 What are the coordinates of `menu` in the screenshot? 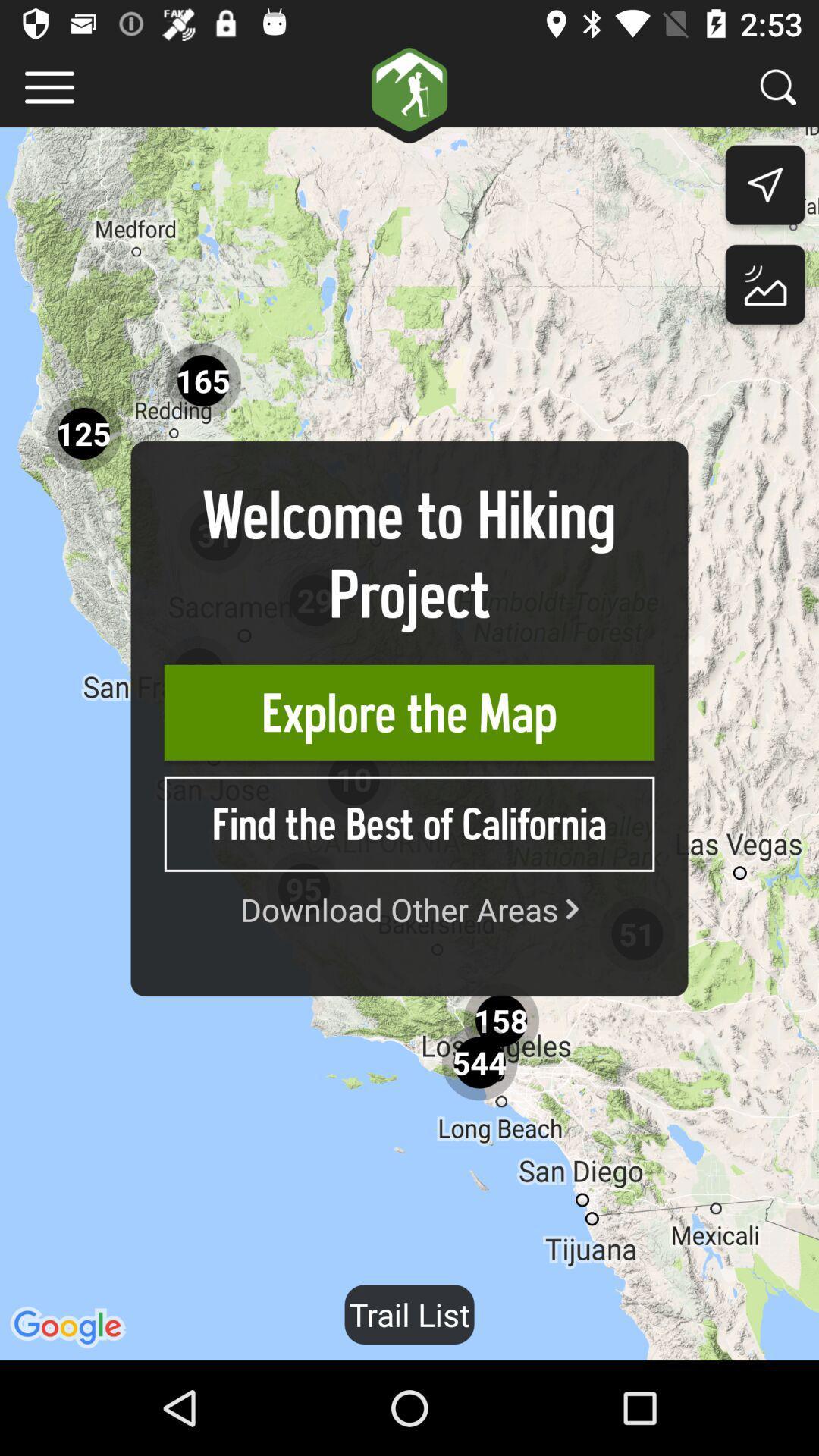 It's located at (49, 86).